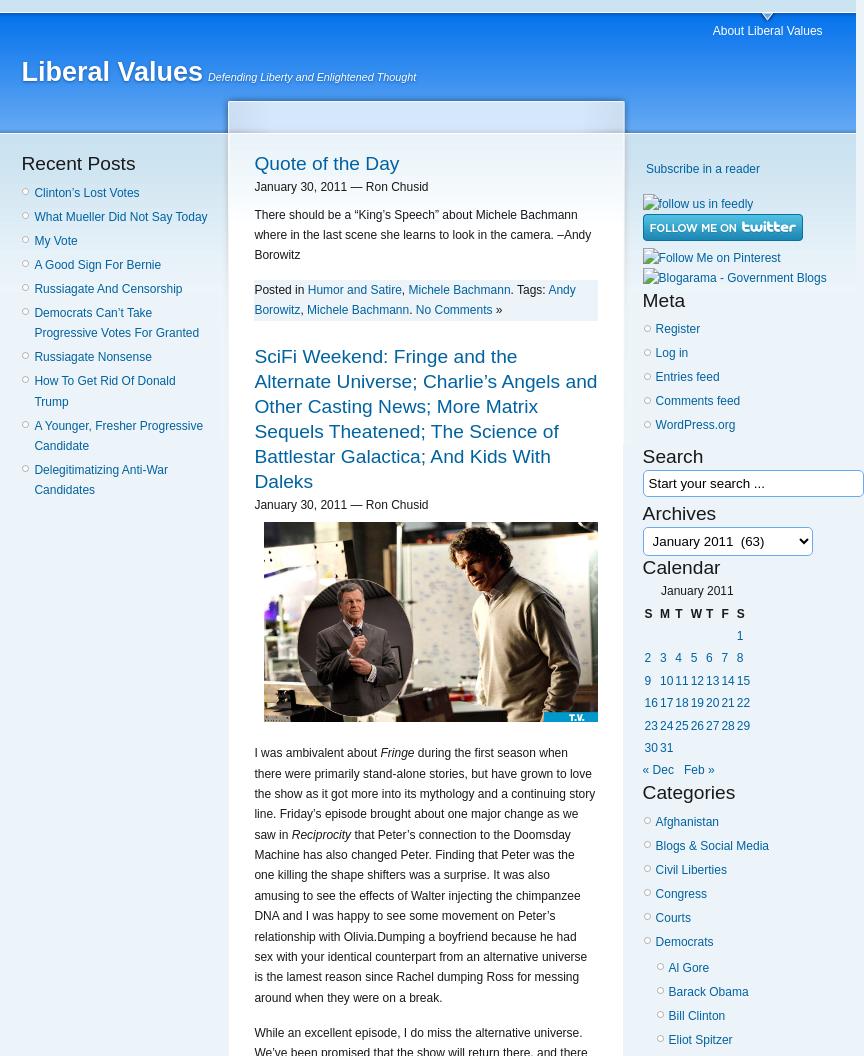 The height and width of the screenshot is (1056, 864). I want to click on '20', so click(712, 702).